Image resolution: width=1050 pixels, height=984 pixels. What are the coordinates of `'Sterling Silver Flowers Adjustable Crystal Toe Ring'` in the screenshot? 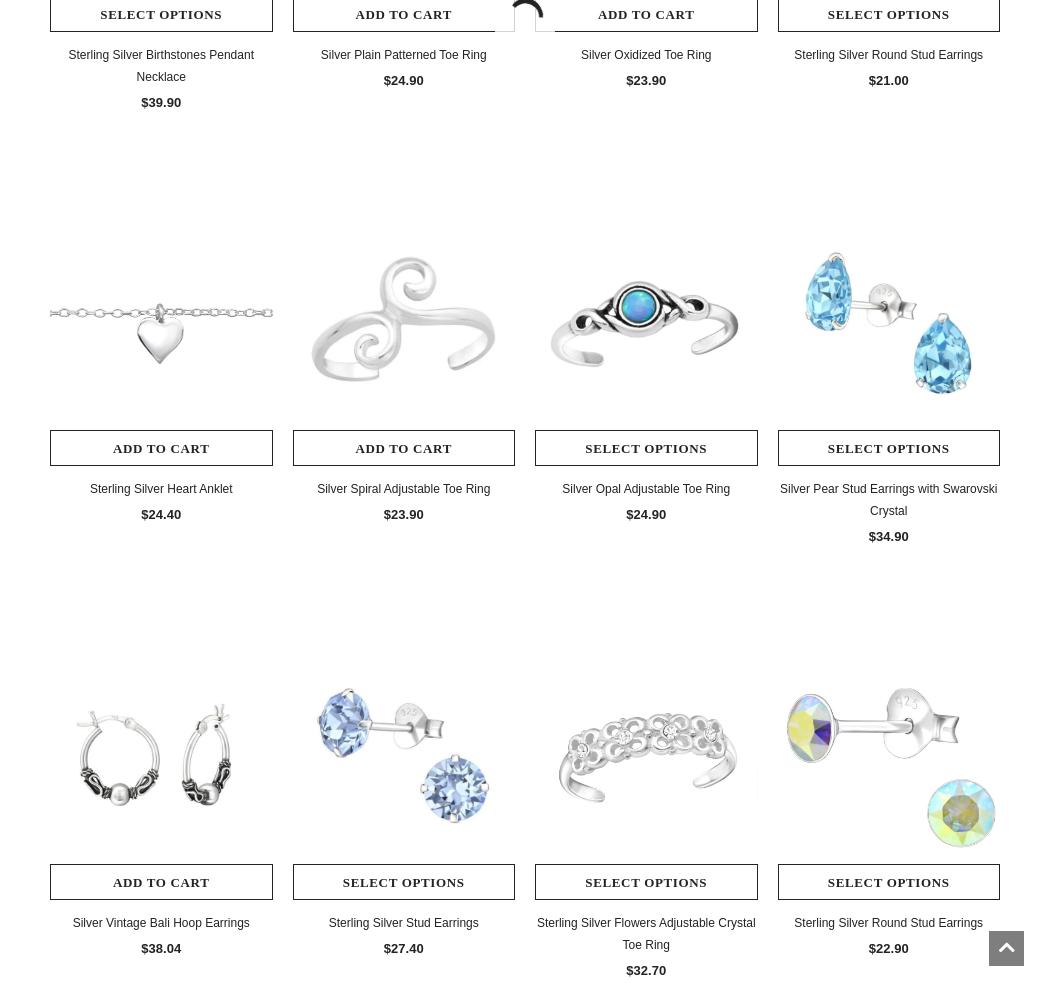 It's located at (644, 934).